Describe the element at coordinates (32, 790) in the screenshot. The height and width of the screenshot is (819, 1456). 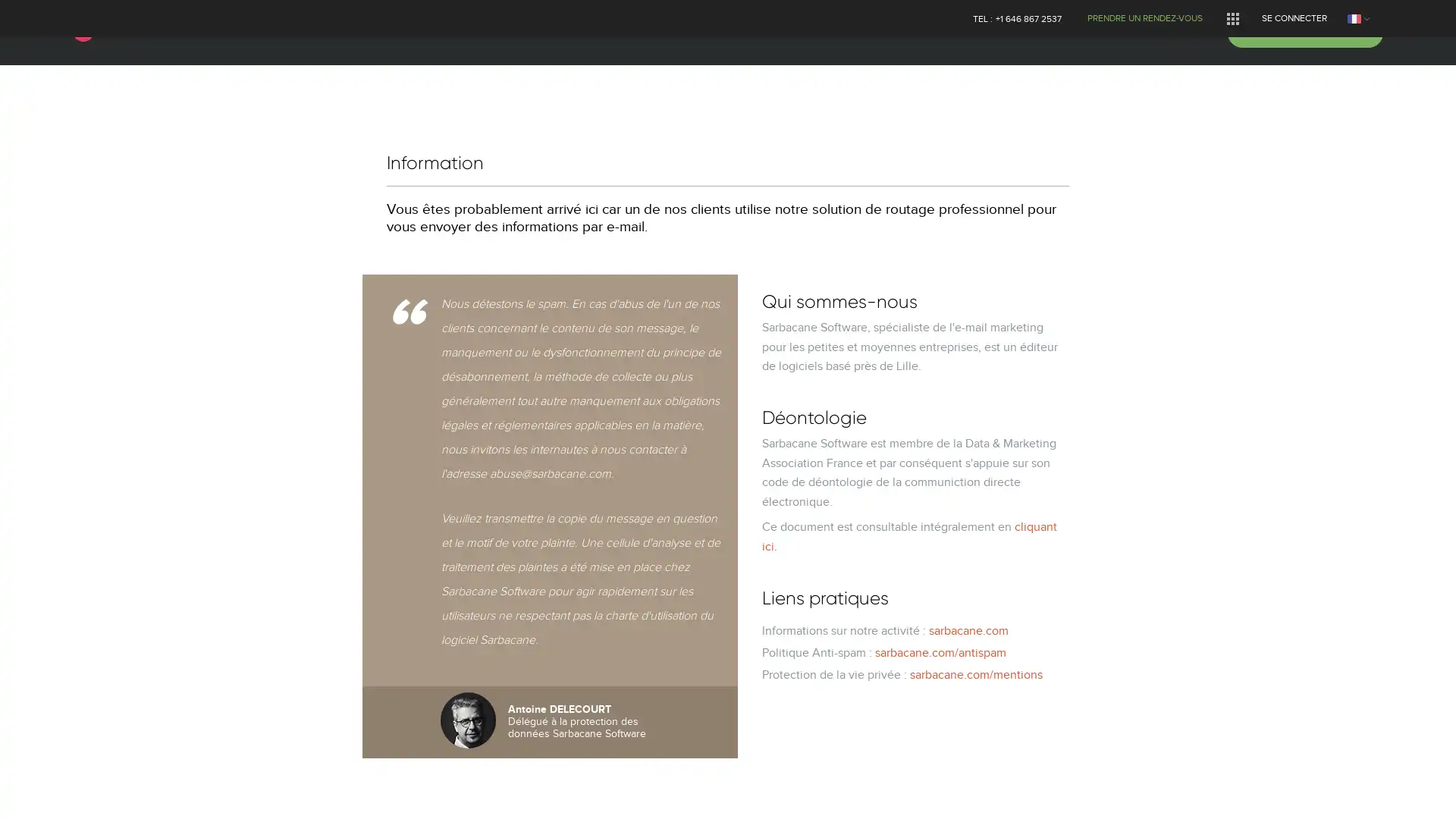
I see `Manage your preferences about cookies` at that location.